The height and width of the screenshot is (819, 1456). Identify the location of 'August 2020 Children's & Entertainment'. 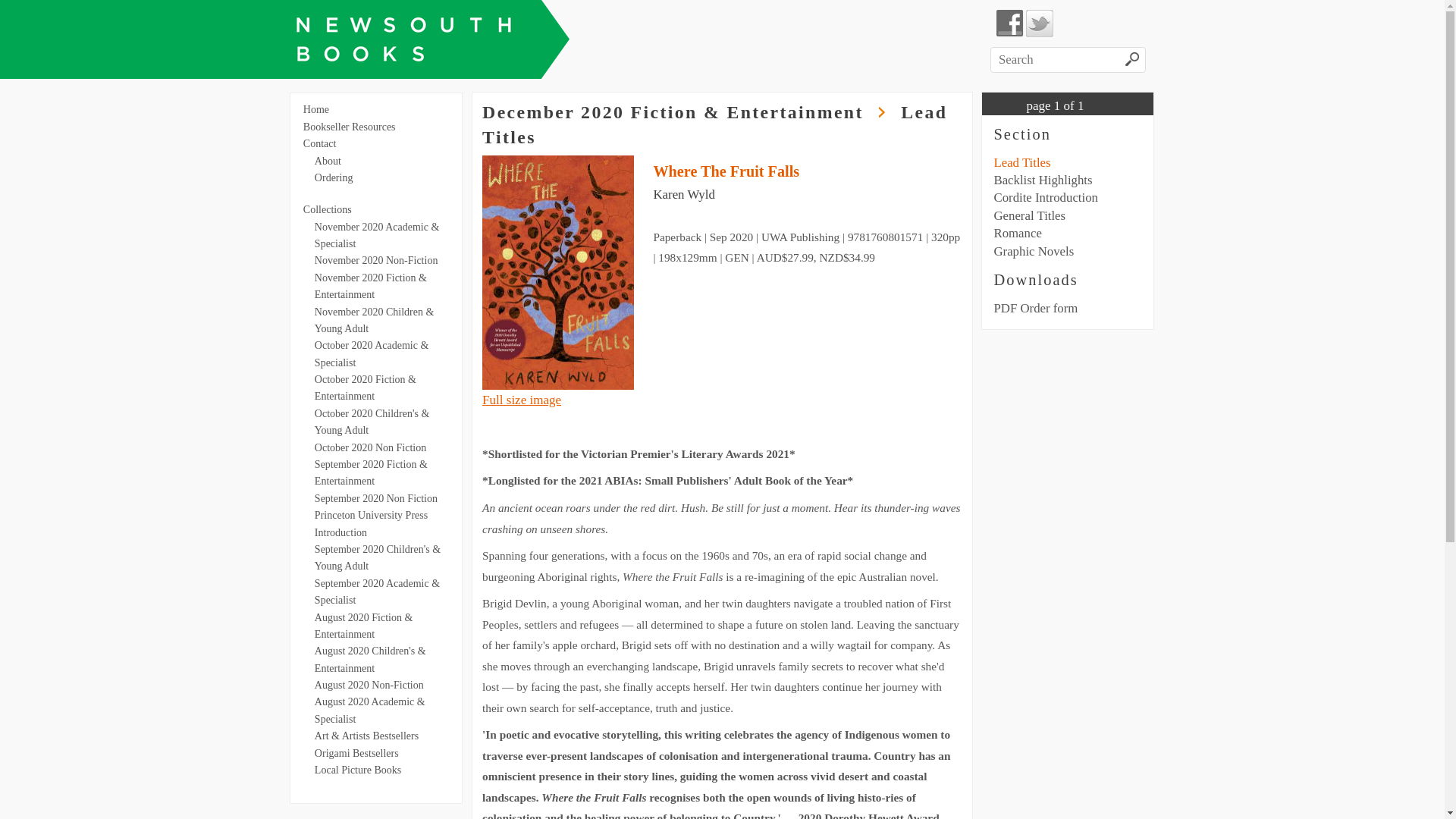
(370, 658).